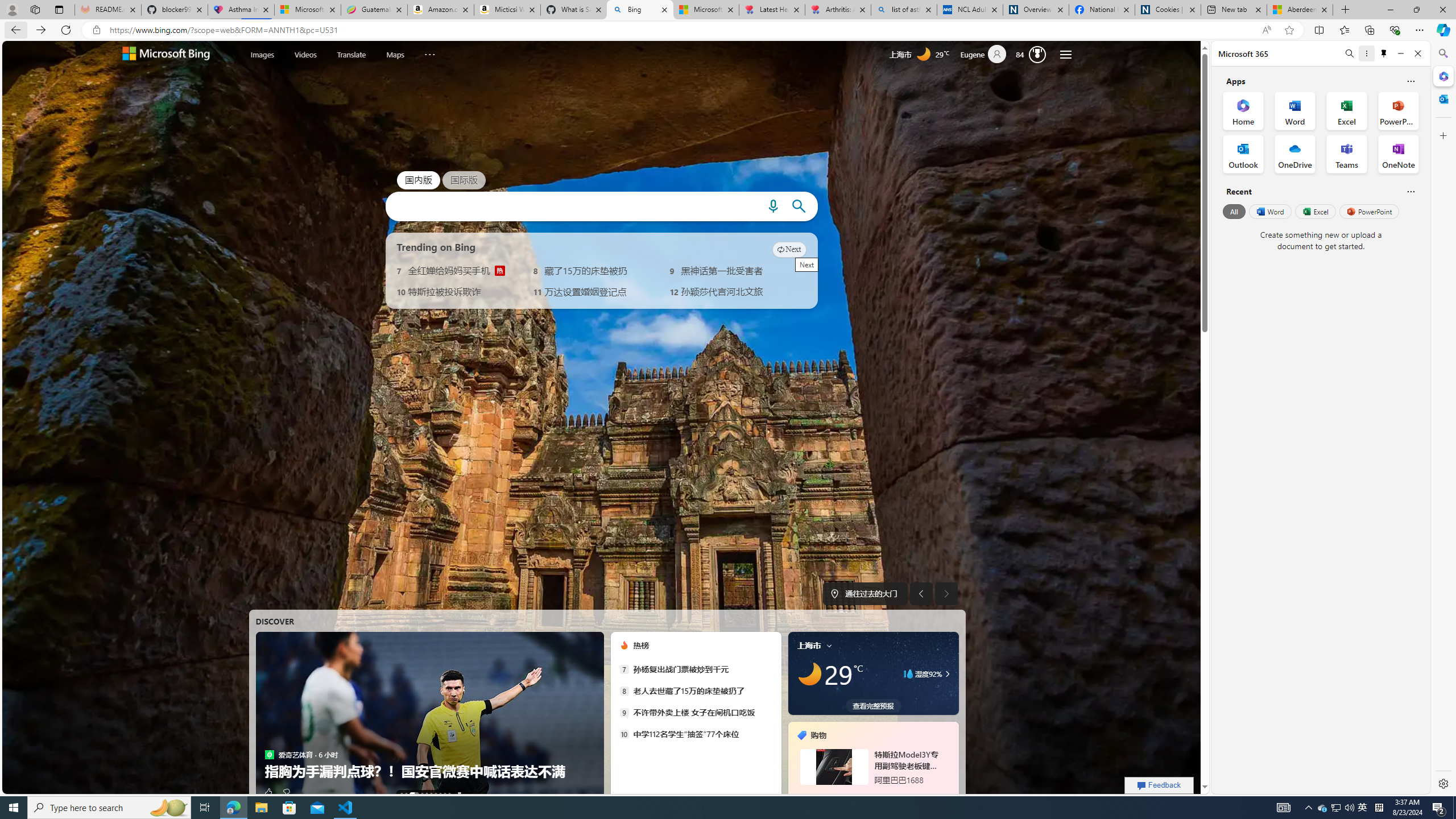 Image resolution: width=1456 pixels, height=819 pixels. What do you see at coordinates (1033, 54) in the screenshot?
I see `'Microsoft Rewards 84'` at bounding box center [1033, 54].